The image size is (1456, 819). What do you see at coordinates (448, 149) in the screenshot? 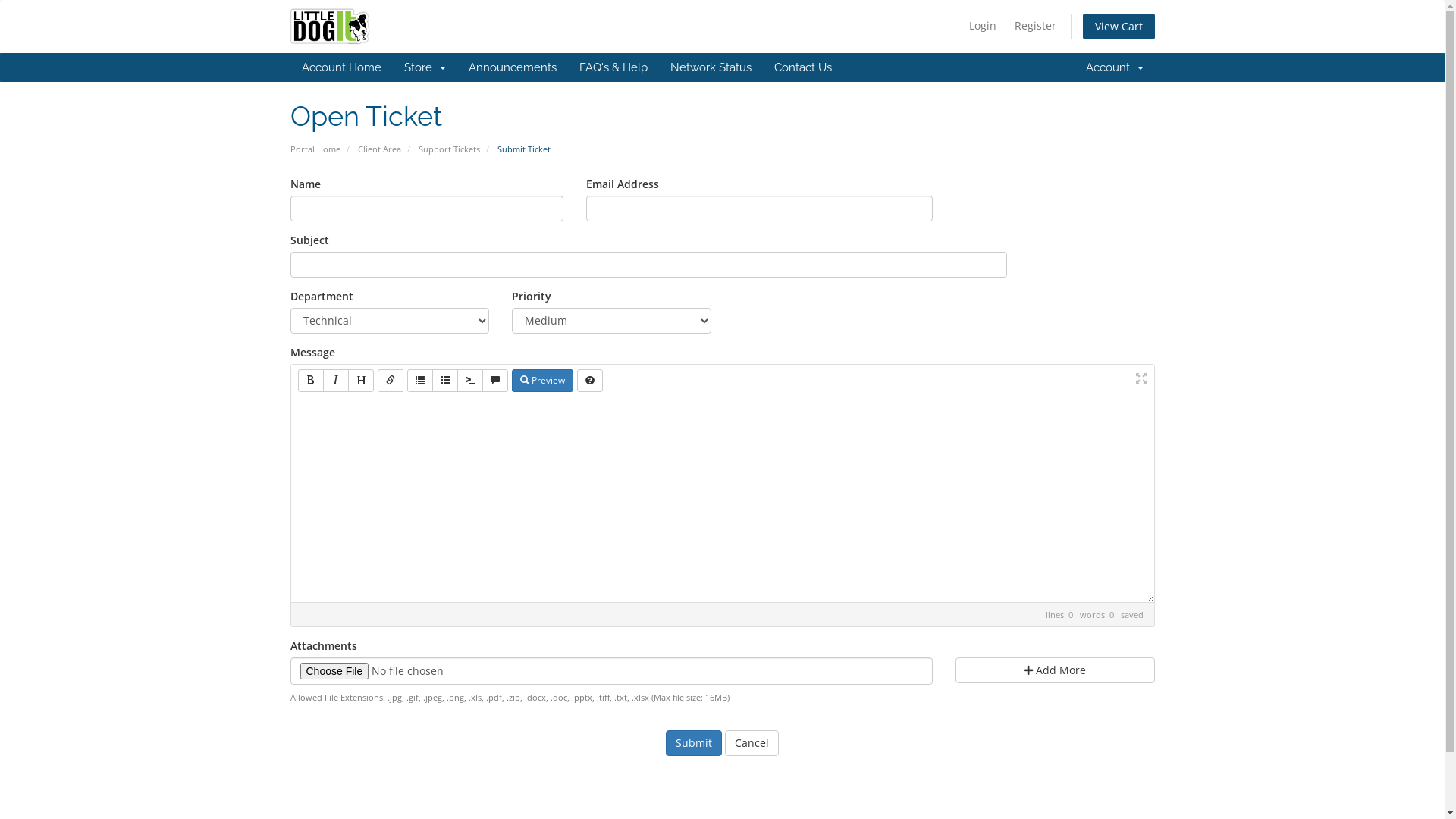
I see `'Support Tickets'` at bounding box center [448, 149].